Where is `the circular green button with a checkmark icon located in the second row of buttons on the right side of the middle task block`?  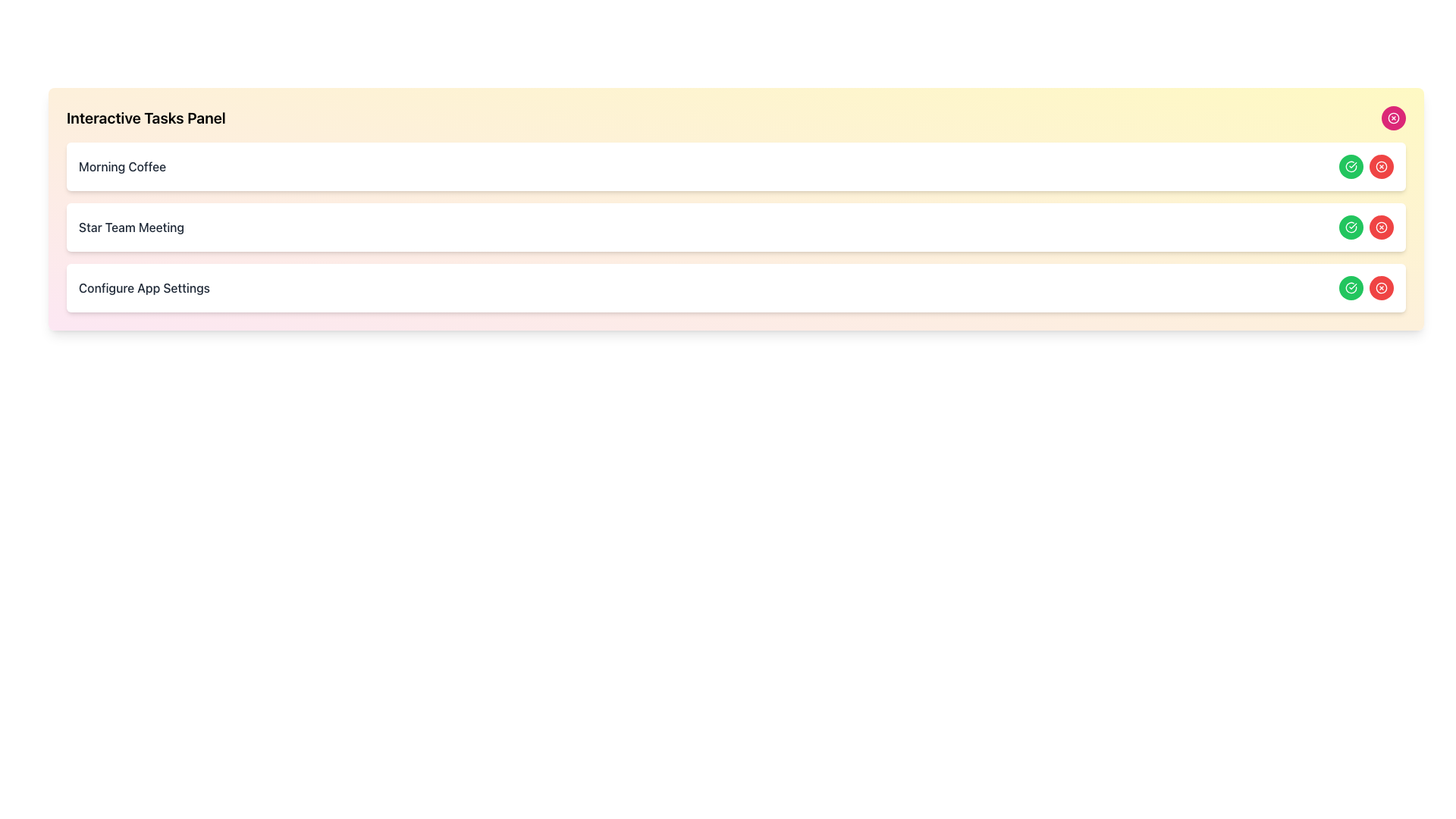 the circular green button with a checkmark icon located in the second row of buttons on the right side of the middle task block is located at coordinates (1351, 166).